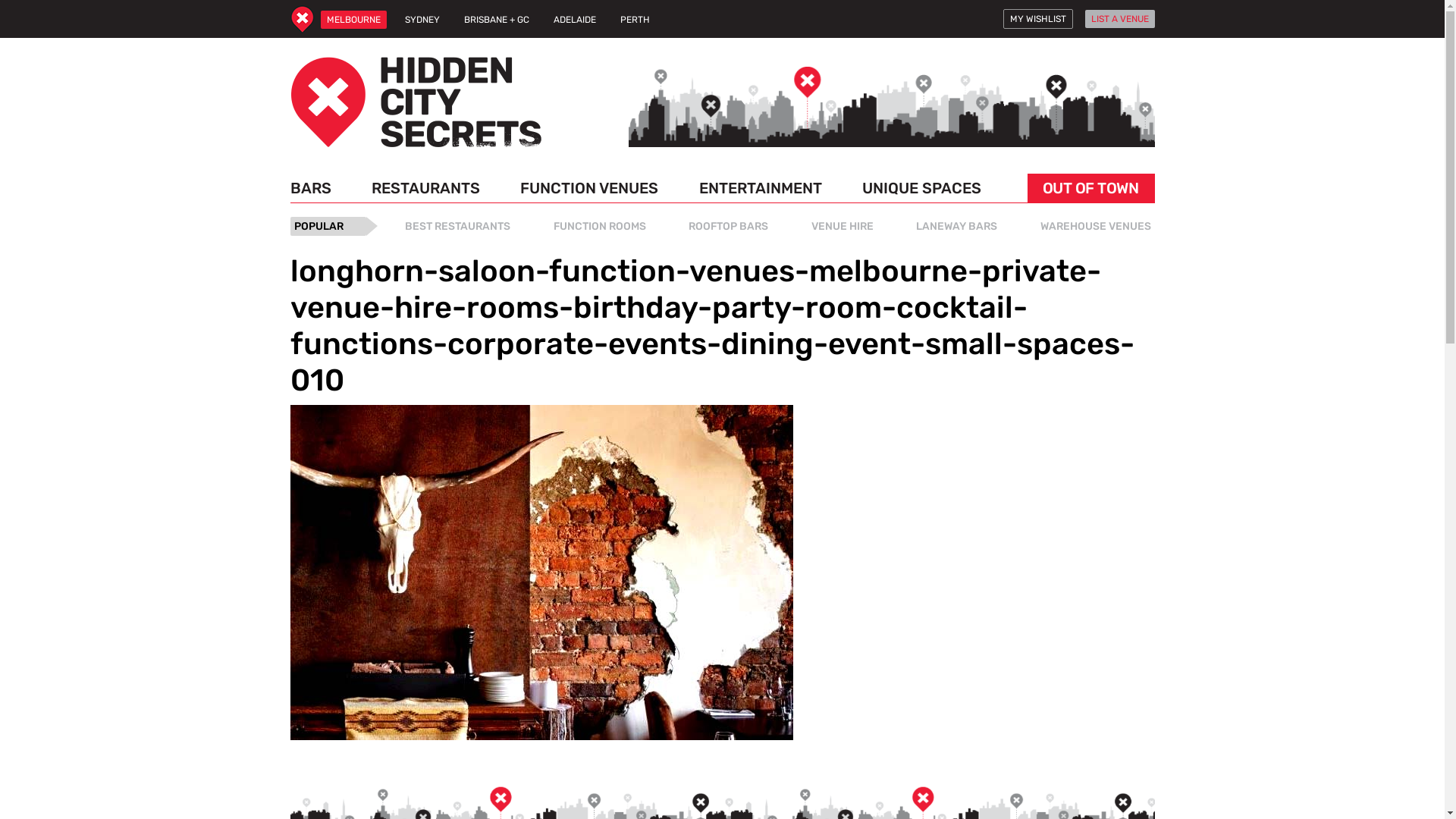  I want to click on 'BEST RESTAURANTS', so click(457, 226).